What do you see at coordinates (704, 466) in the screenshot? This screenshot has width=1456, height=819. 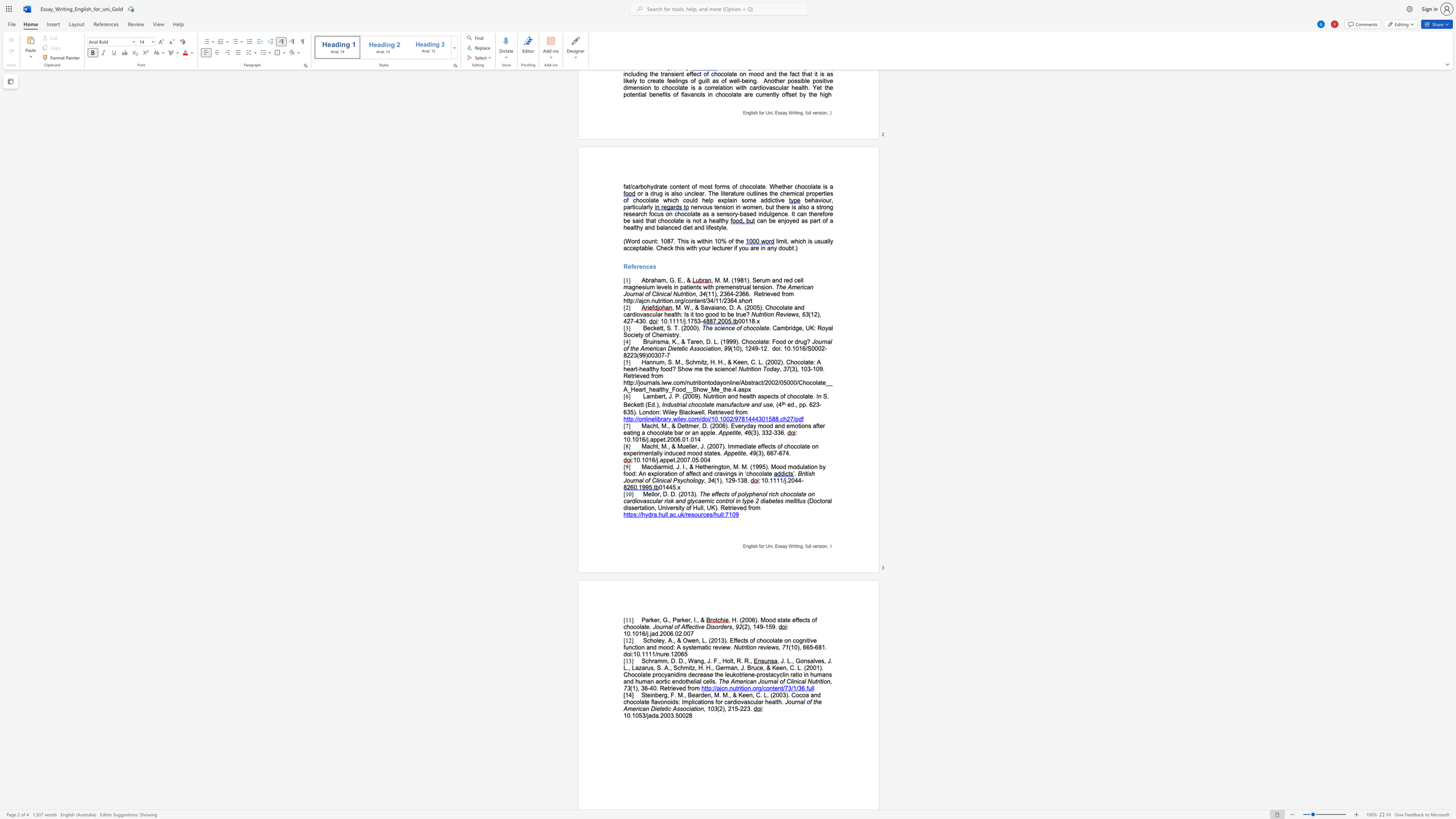 I see `the subset text "herington, M. M. (1995). Mood modulation by food: An explora" within the text "Macdiarmid, J. I., & Hetherington, M. M. (1995). Mood modulation by food: An exploration of affect and cravings in ‘chocolate"` at bounding box center [704, 466].